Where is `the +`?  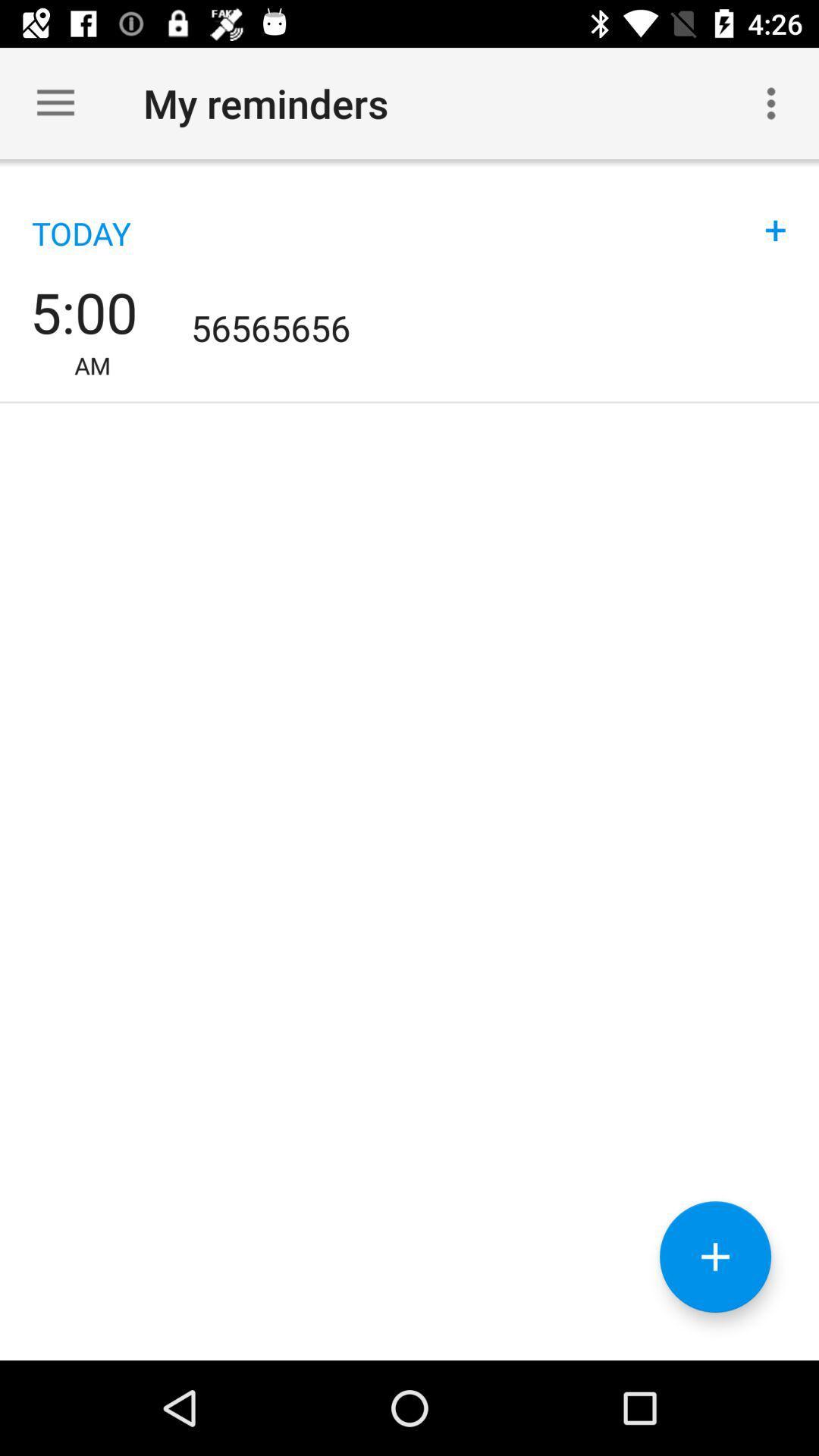 the + is located at coordinates (775, 214).